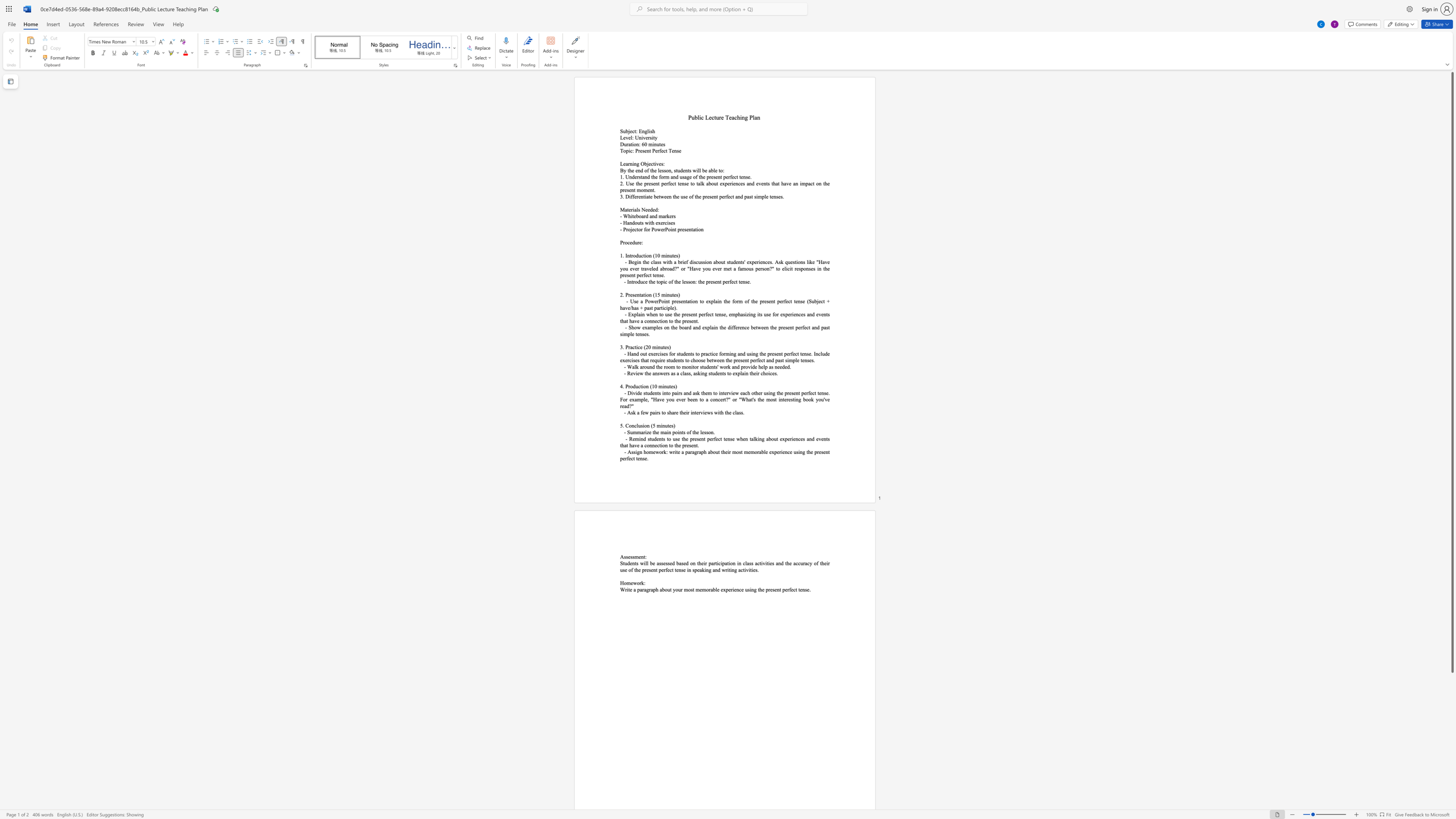  Describe the element at coordinates (640, 557) in the screenshot. I see `the space between the continuous character "e" and "n" in the text` at that location.